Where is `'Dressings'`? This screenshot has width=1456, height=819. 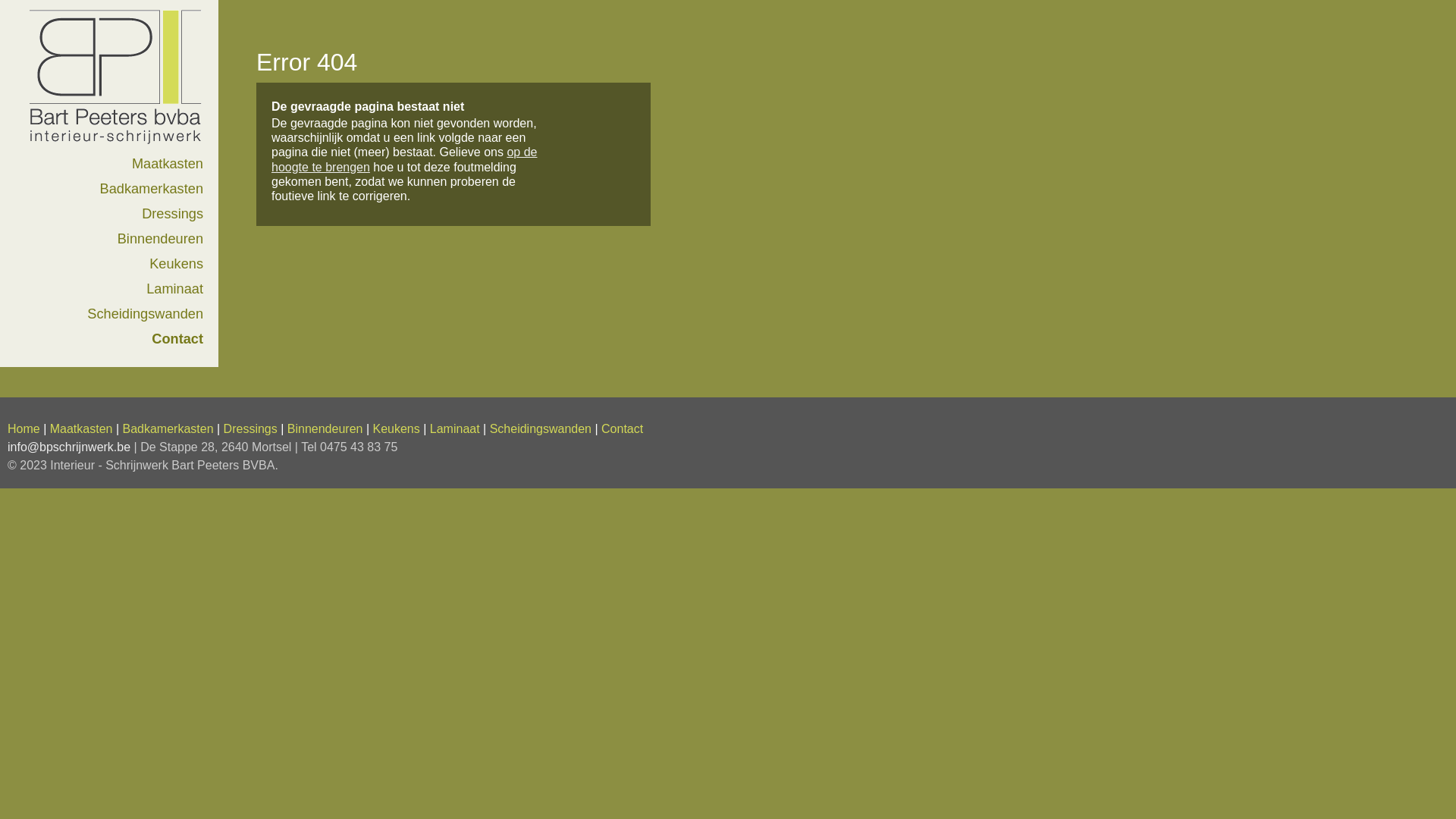 'Dressings' is located at coordinates (250, 428).